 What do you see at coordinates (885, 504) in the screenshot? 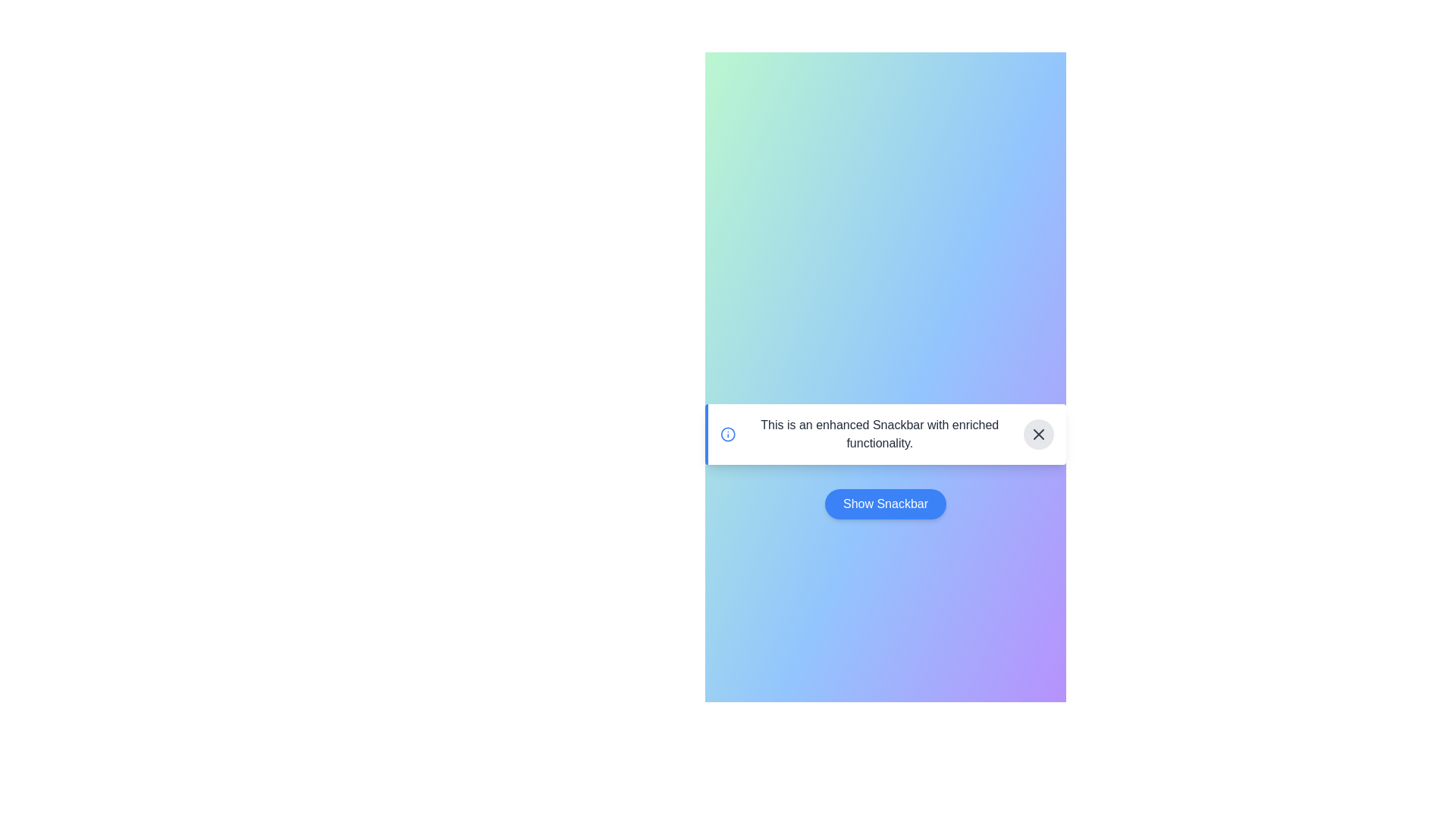
I see `the blue button labeled 'Show Snackbar' which has rounded corners and white text for visual feedback` at bounding box center [885, 504].